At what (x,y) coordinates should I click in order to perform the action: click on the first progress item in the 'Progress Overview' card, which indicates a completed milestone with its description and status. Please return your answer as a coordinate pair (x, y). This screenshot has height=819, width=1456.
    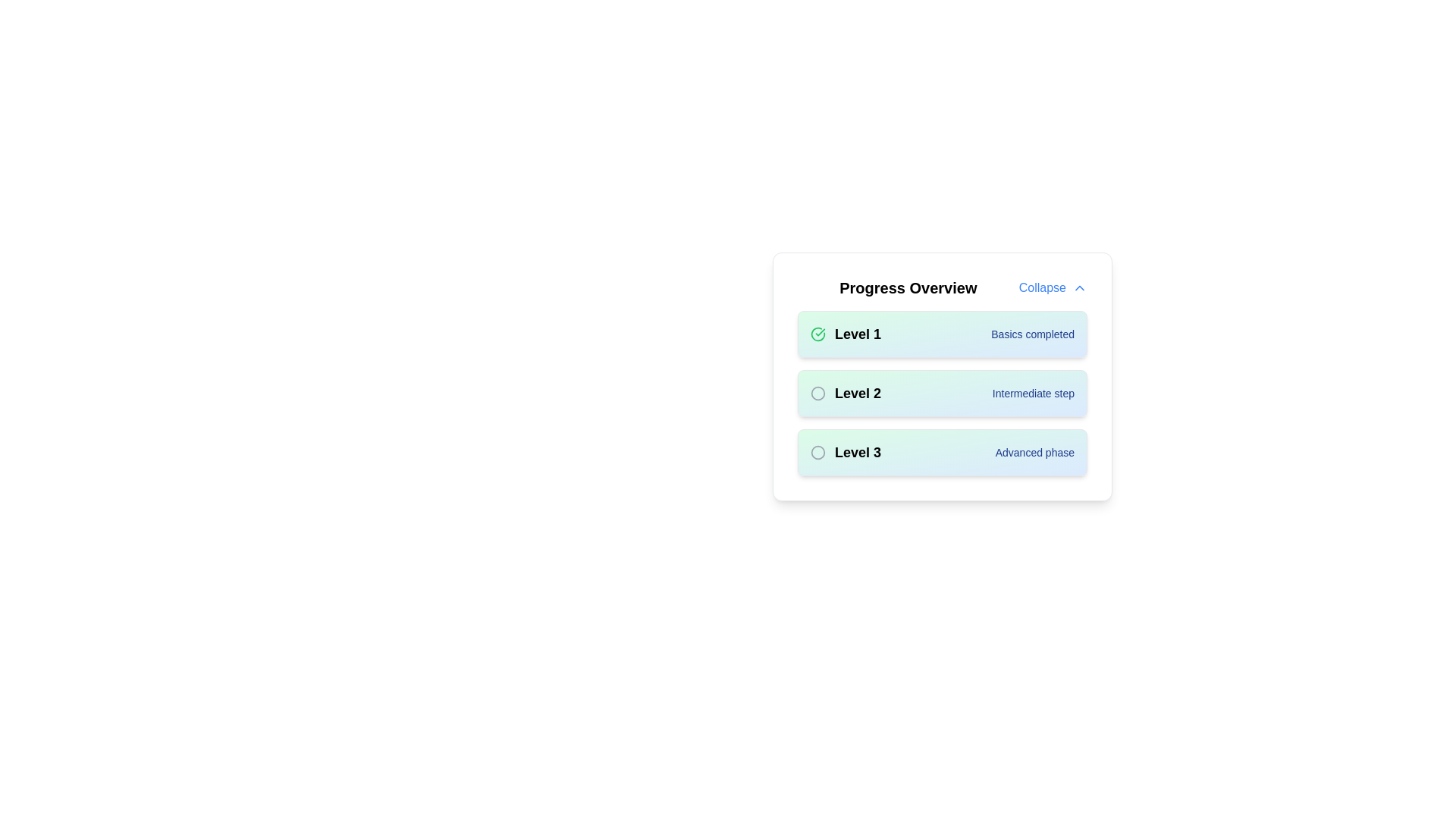
    Looking at the image, I should click on (942, 333).